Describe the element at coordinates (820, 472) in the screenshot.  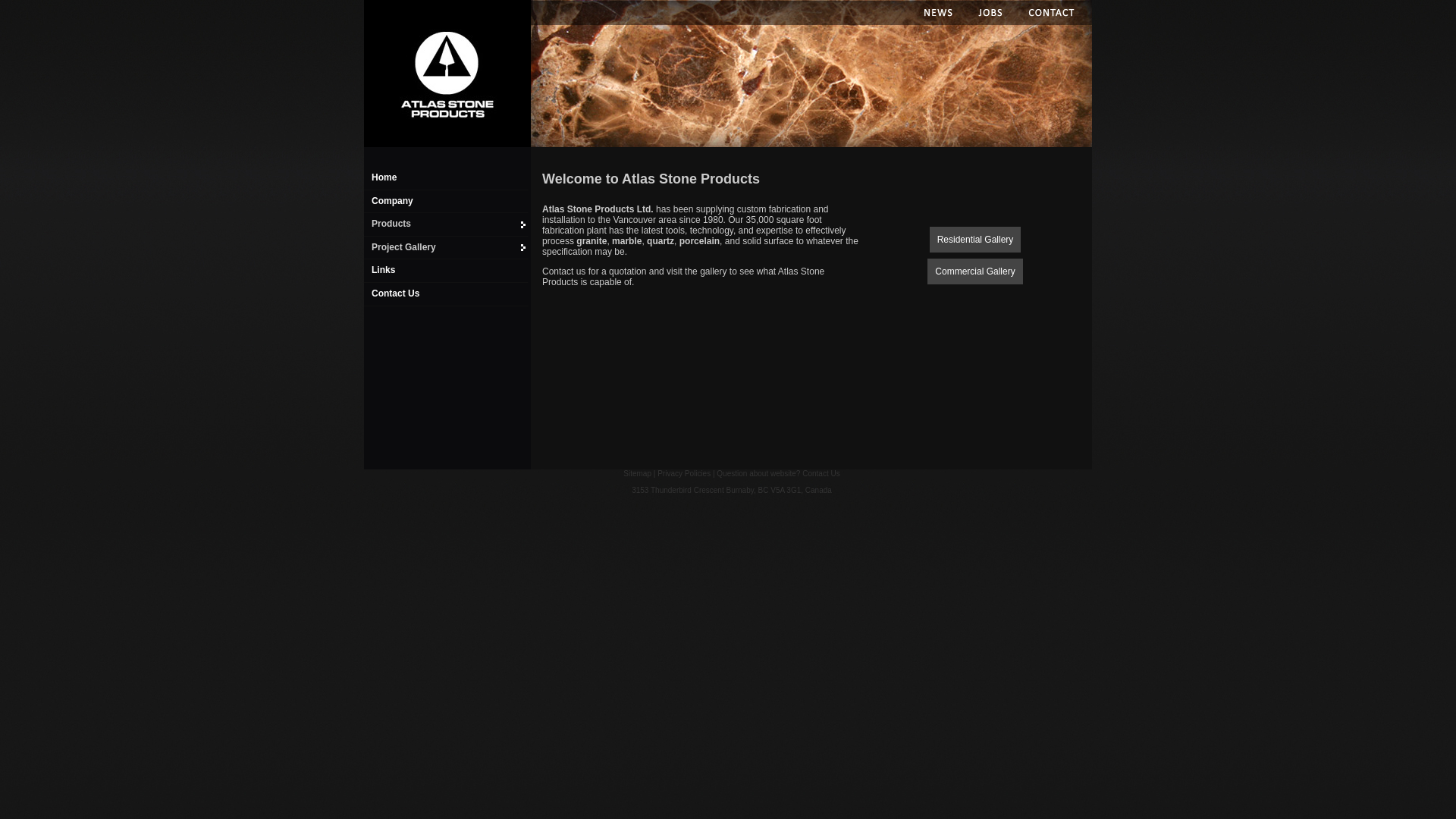
I see `'Contact Us'` at that location.